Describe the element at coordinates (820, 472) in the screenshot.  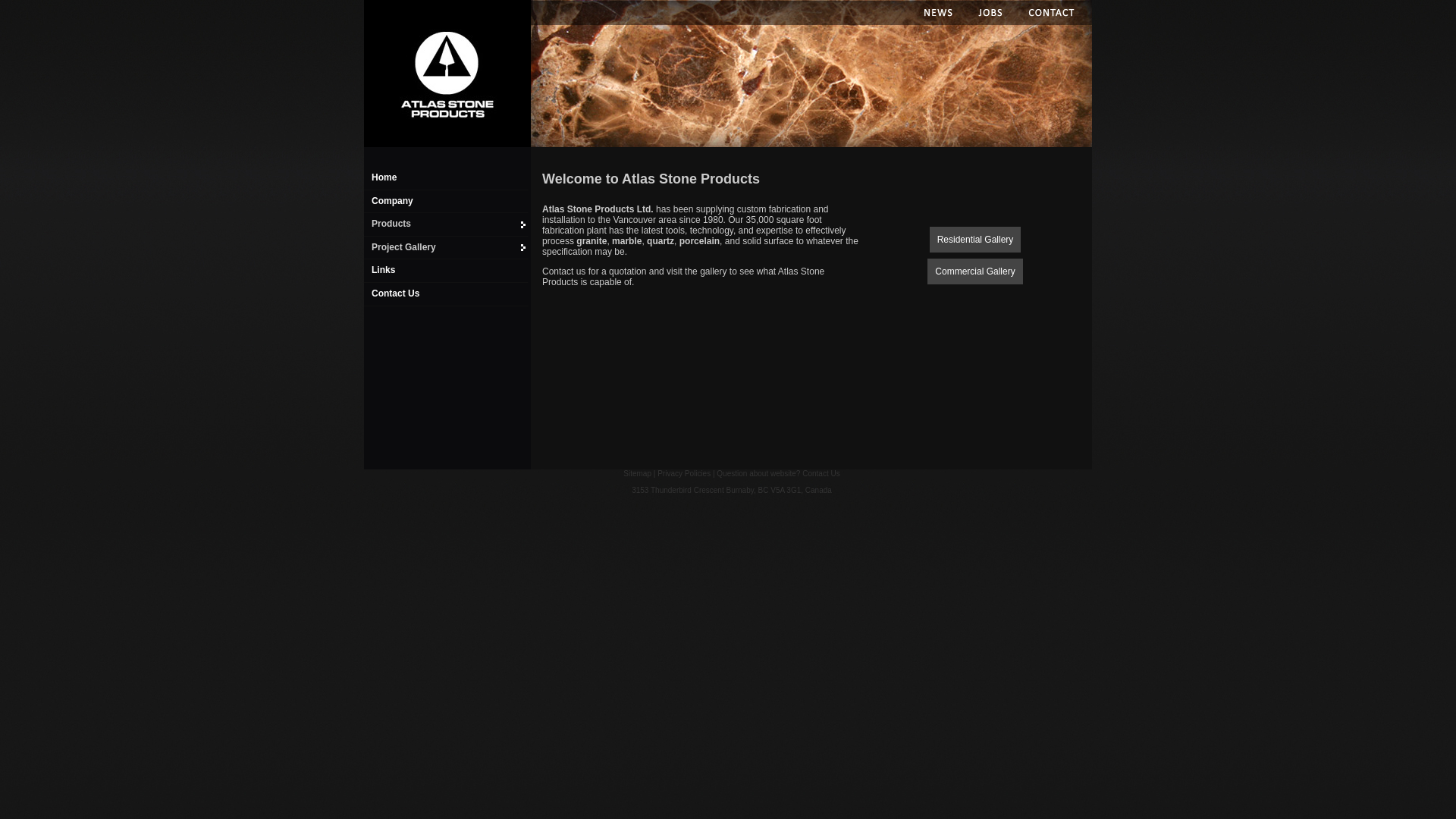
I see `'Contact Us'` at that location.